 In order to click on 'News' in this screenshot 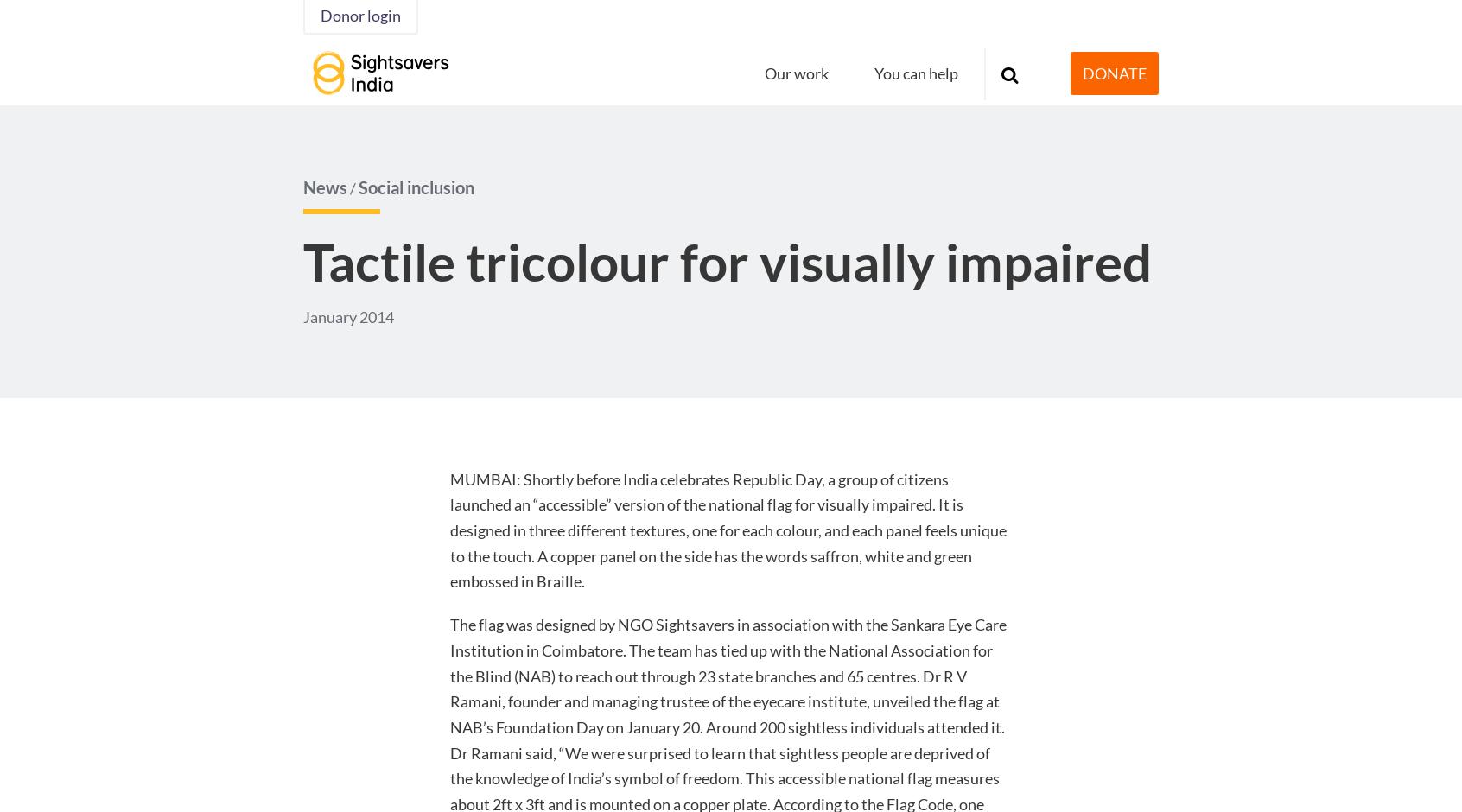, I will do `click(325, 186)`.